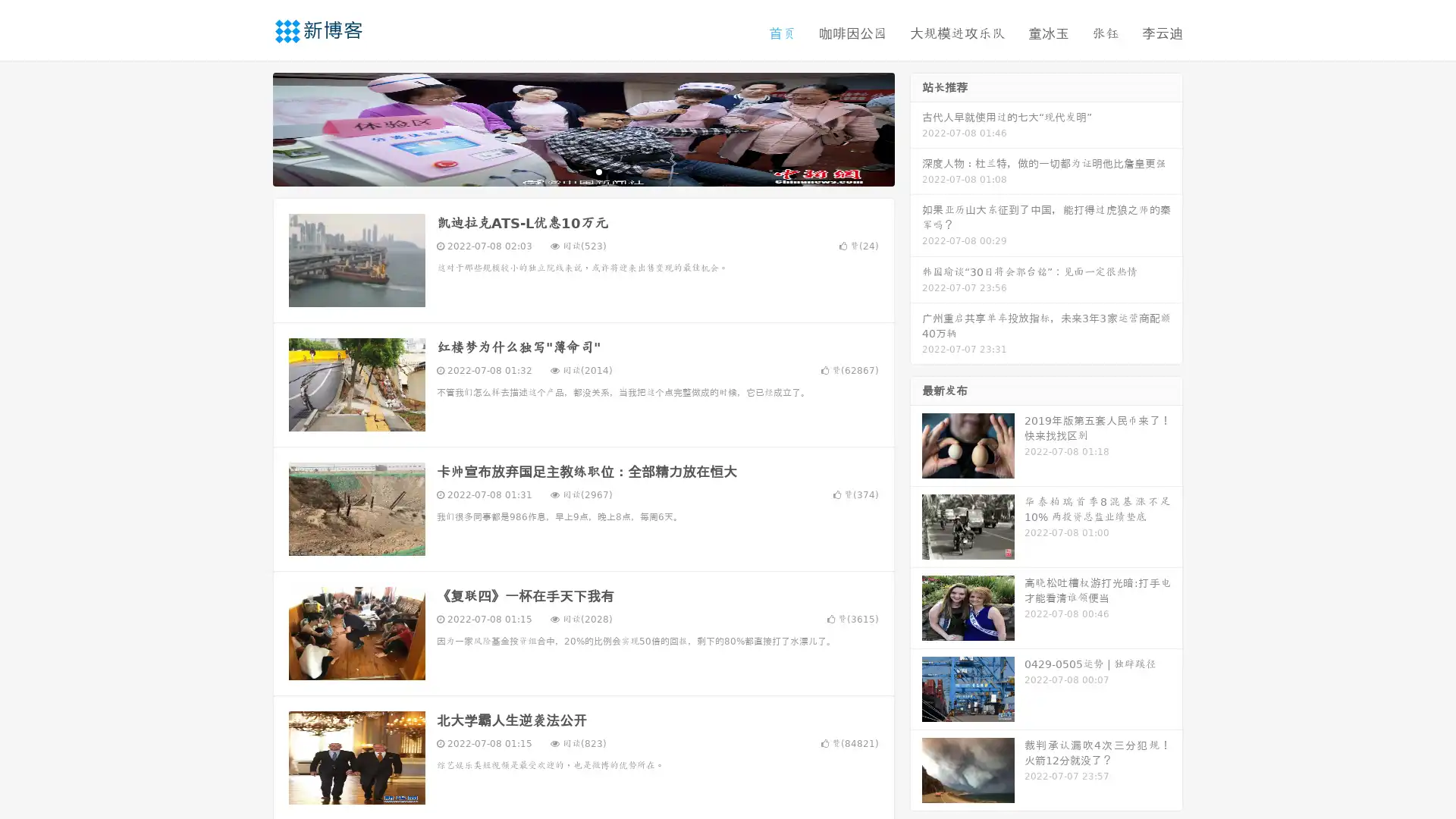 The height and width of the screenshot is (819, 1456). What do you see at coordinates (250, 127) in the screenshot?
I see `Previous slide` at bounding box center [250, 127].